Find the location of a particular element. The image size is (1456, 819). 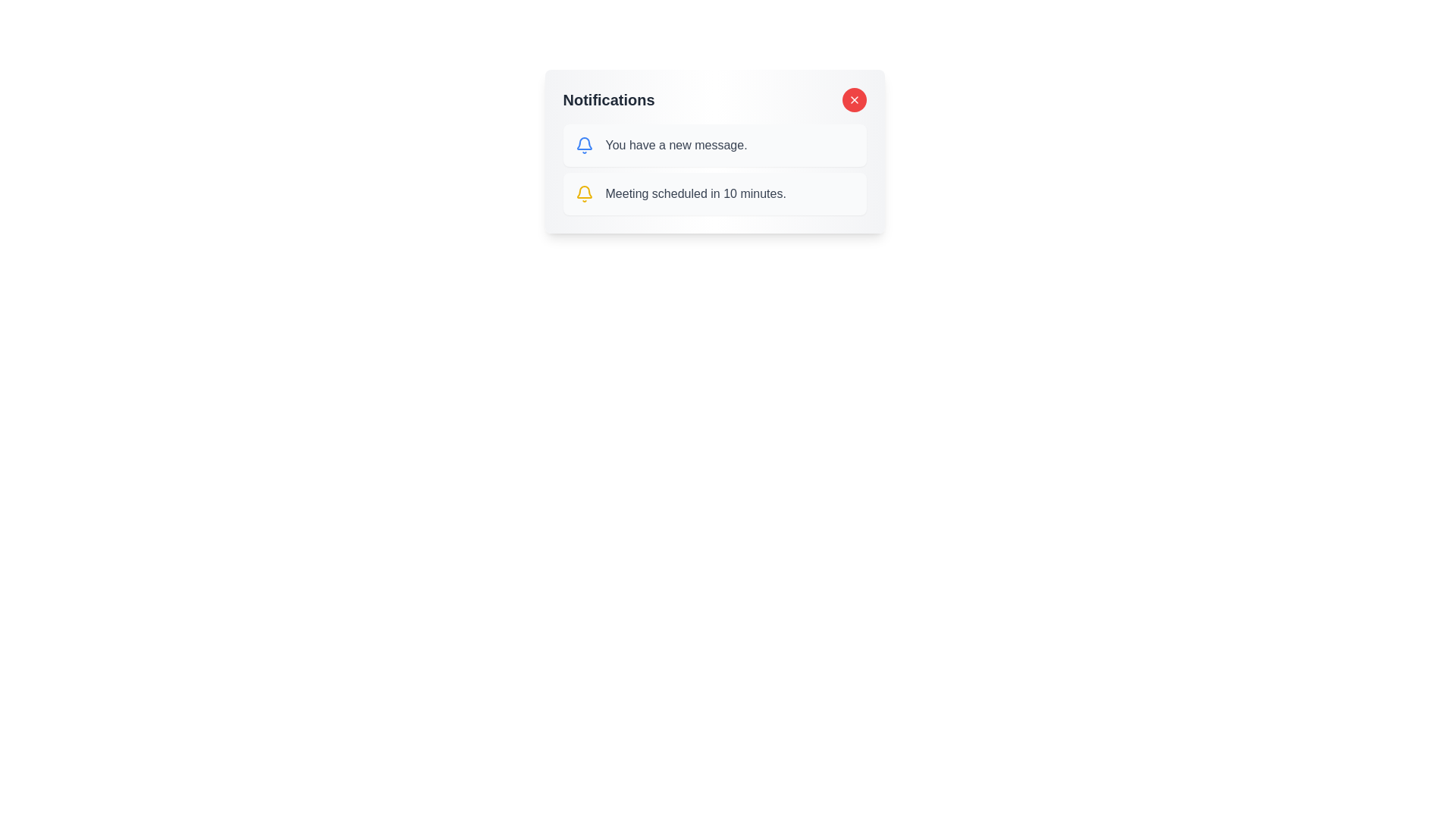

message content displayed in the text label that informs the user about receiving a new message, located in the first row of the notification list adjacent to the blue bell icon is located at coordinates (676, 146).